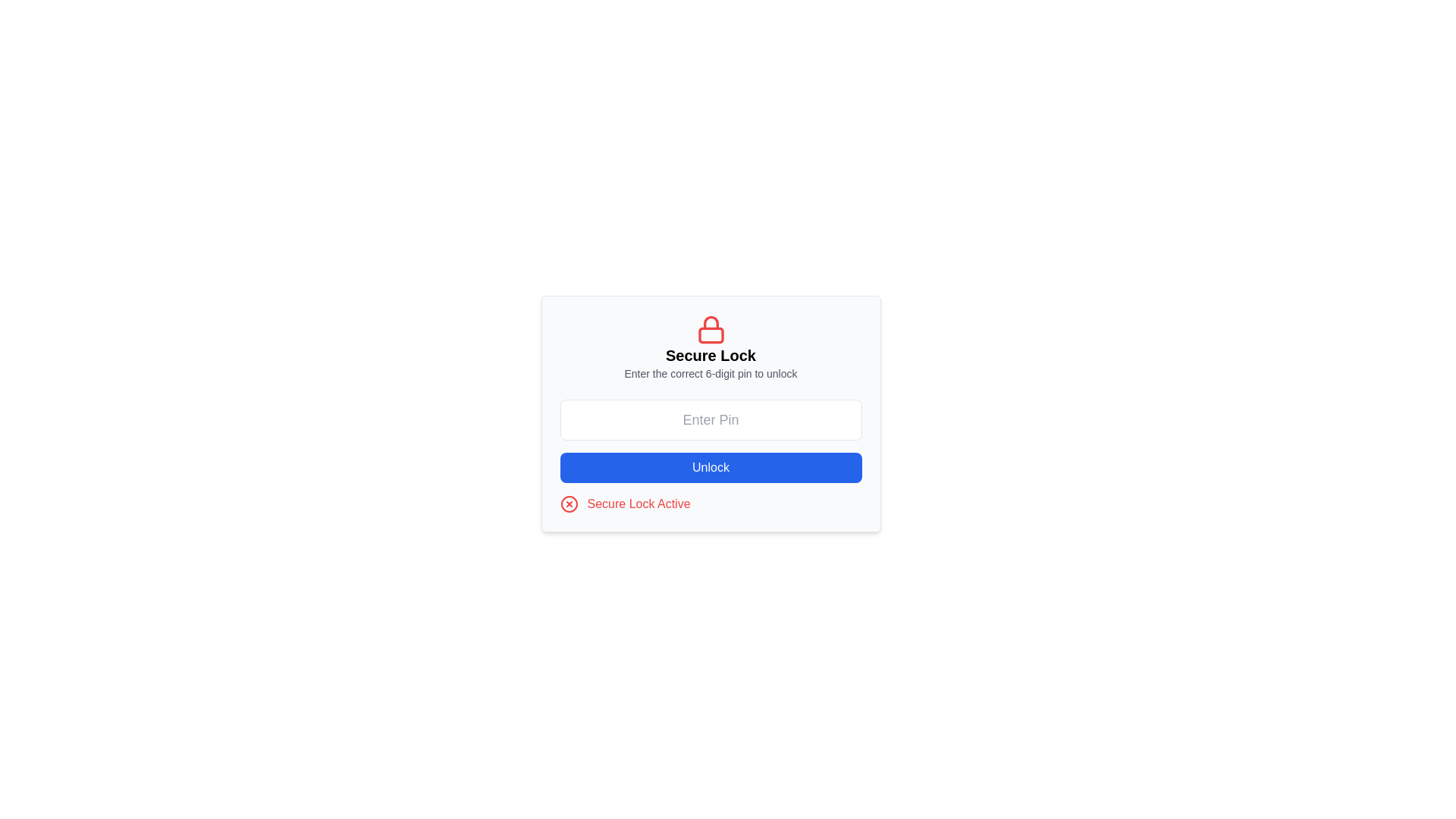 This screenshot has height=819, width=1456. Describe the element at coordinates (710, 467) in the screenshot. I see `the 'Unlock' button located within the 'Secure Lock' card below the 'Enter Pin' input field` at that location.